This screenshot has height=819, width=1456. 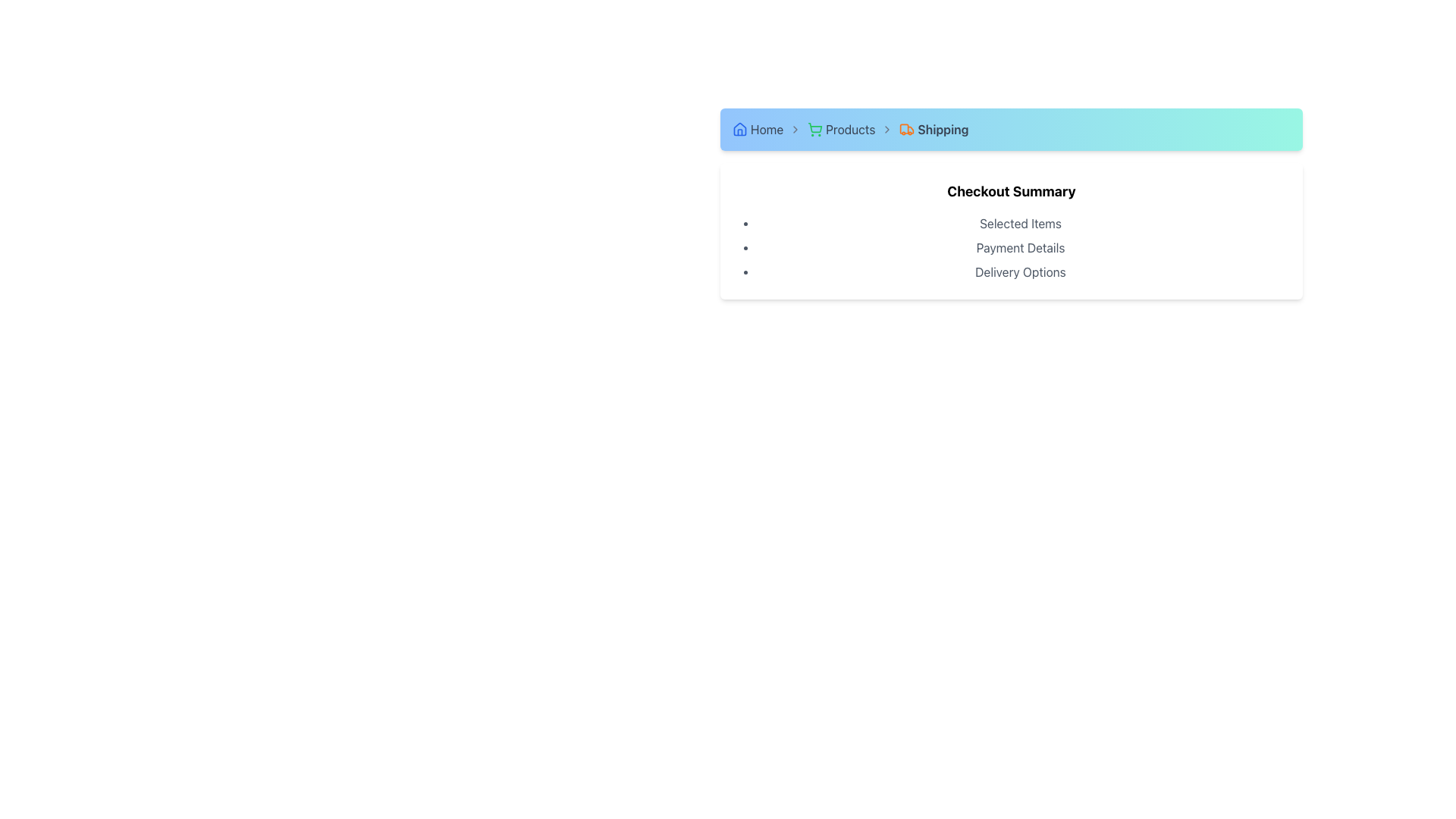 I want to click on the 'Selected Items' text label, which is styled in gray and appears as a bullet point under 'Checkout Summary', so click(x=1020, y=223).